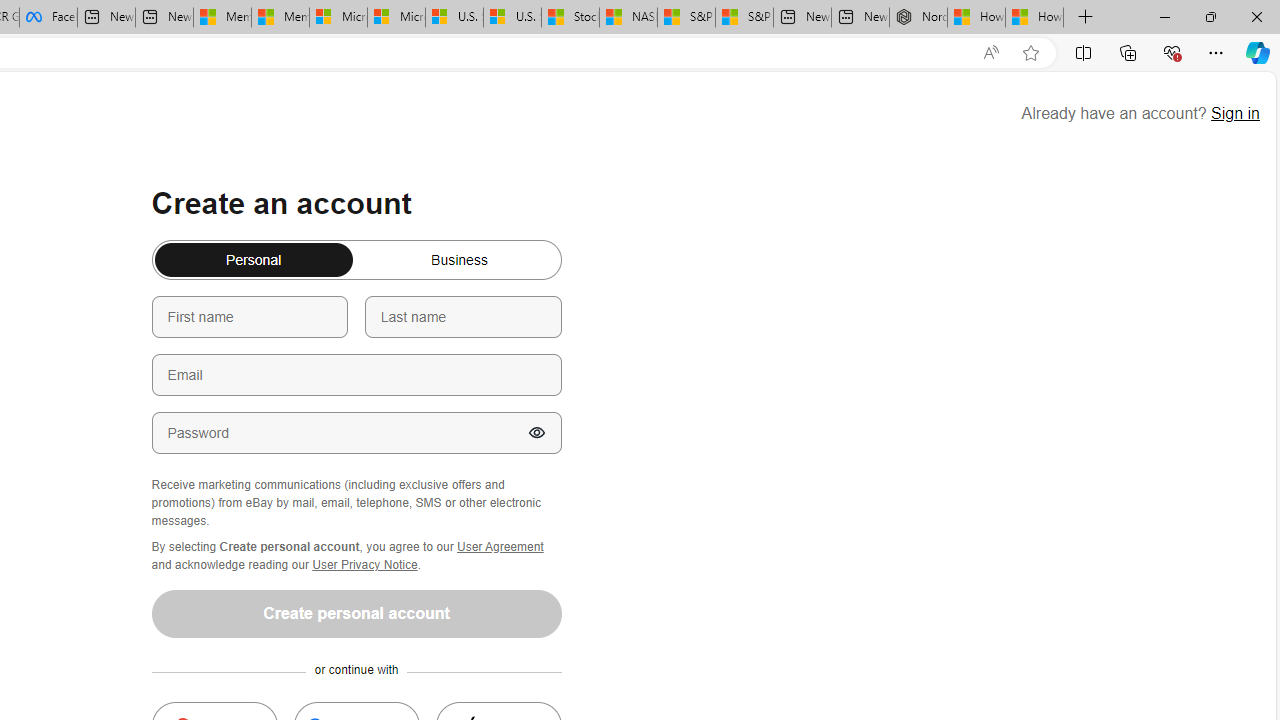 The width and height of the screenshot is (1280, 720). What do you see at coordinates (356, 612) in the screenshot?
I see `'Create personal account'` at bounding box center [356, 612].